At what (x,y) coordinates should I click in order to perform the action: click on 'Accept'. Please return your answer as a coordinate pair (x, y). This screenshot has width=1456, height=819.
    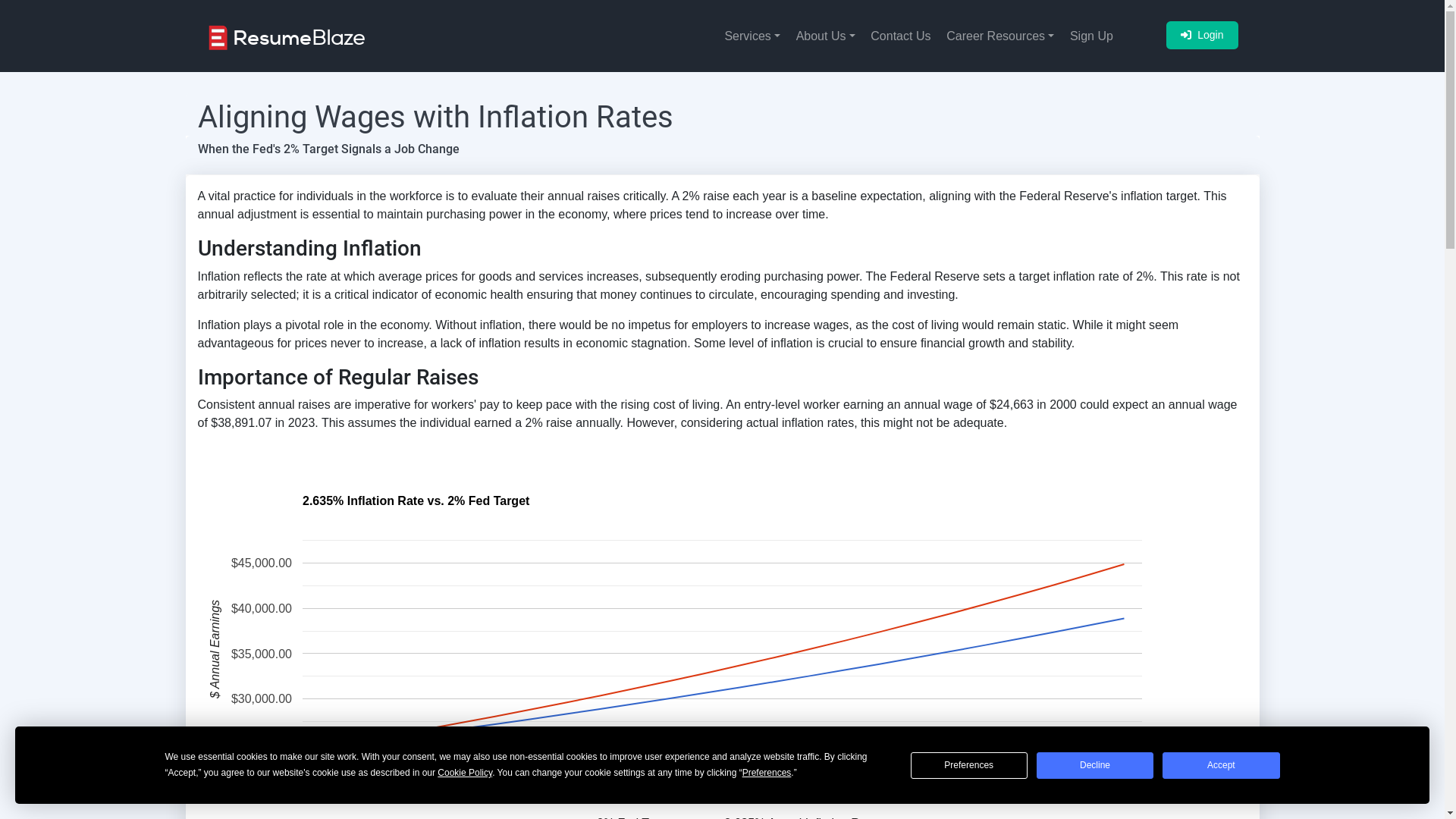
    Looking at the image, I should click on (1220, 765).